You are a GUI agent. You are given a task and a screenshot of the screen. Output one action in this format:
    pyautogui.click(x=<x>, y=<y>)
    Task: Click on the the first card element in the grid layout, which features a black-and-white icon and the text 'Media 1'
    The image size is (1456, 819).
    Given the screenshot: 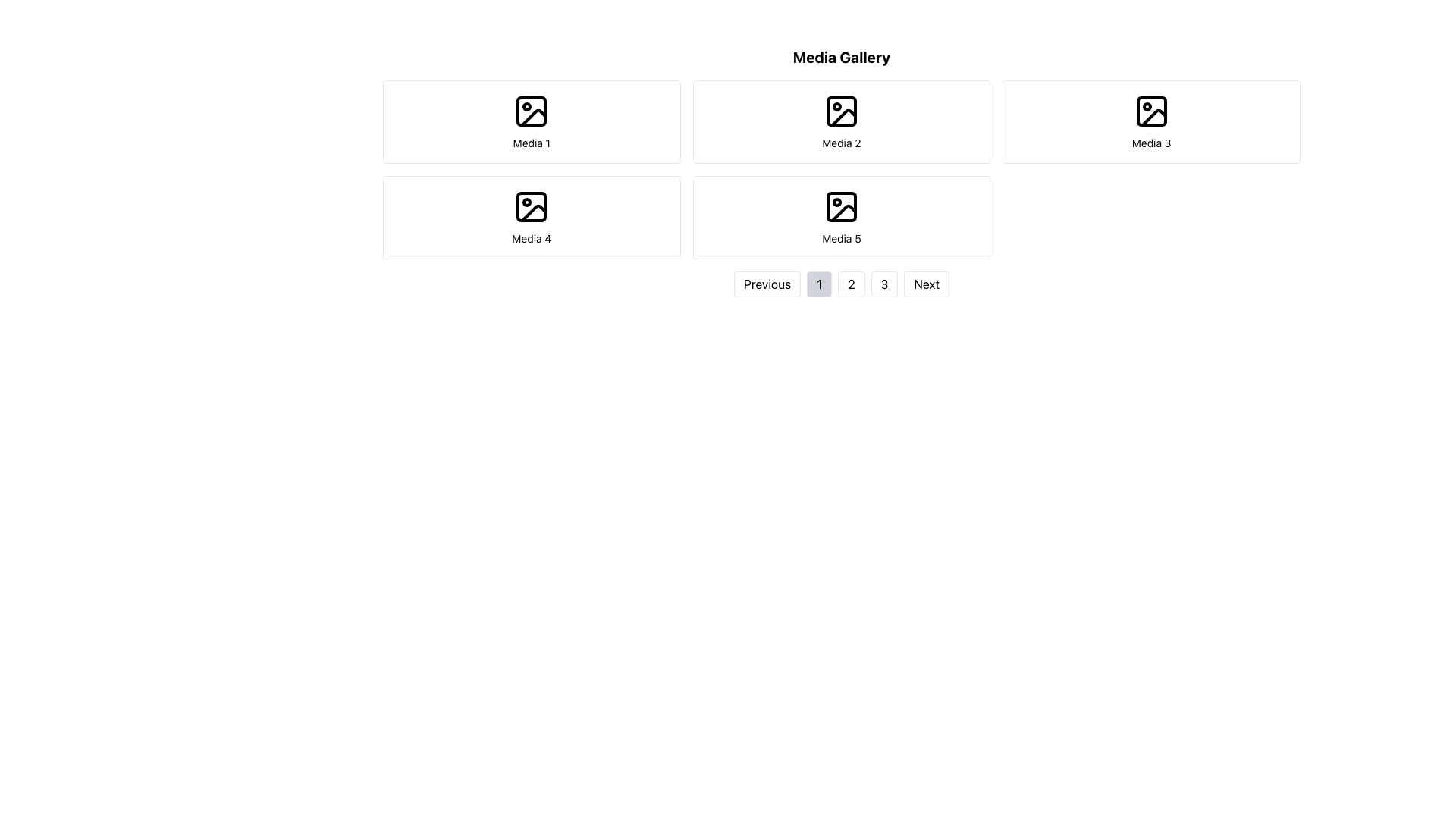 What is the action you would take?
    pyautogui.click(x=532, y=121)
    